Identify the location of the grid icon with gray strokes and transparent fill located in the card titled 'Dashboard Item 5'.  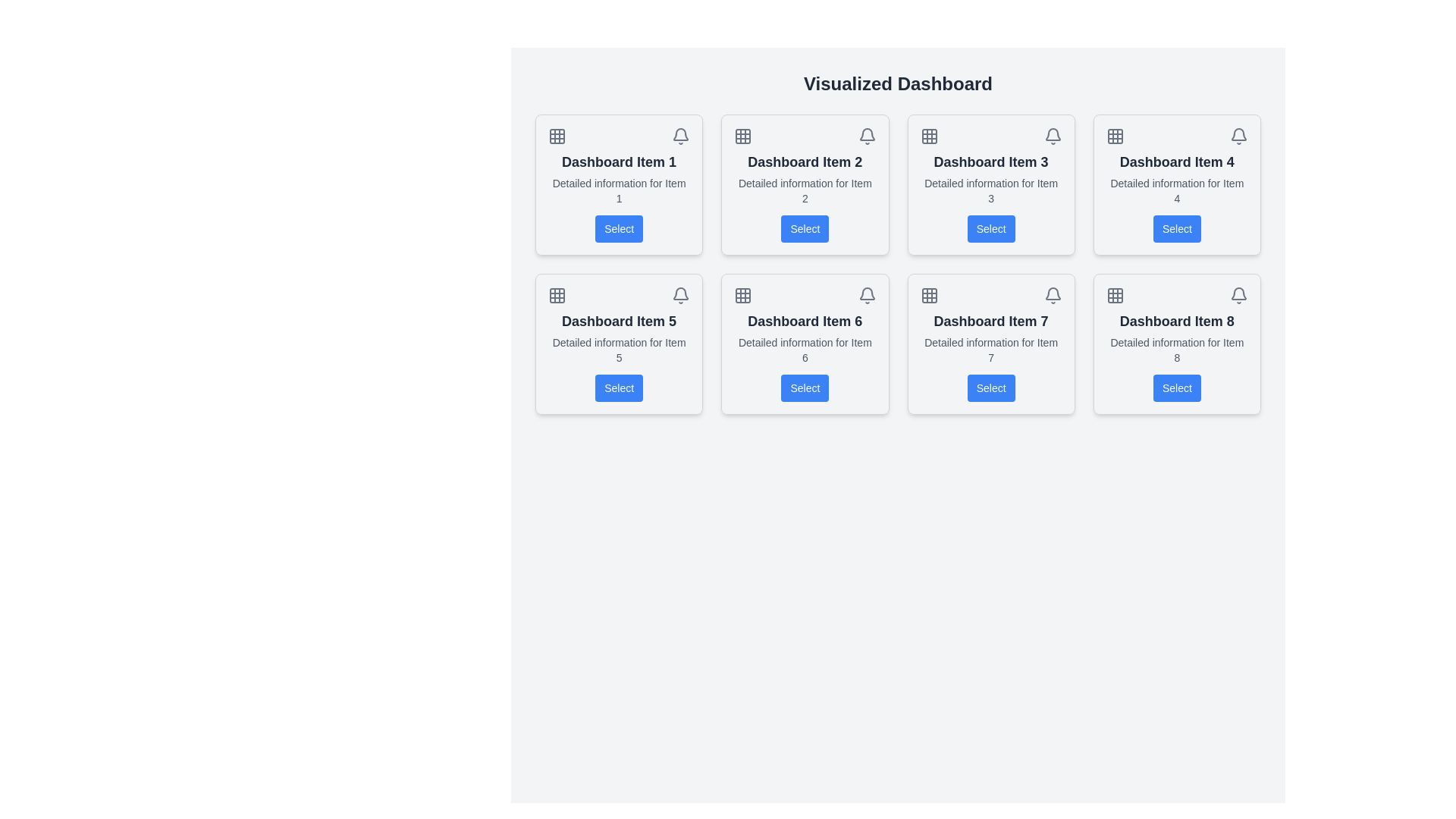
(556, 295).